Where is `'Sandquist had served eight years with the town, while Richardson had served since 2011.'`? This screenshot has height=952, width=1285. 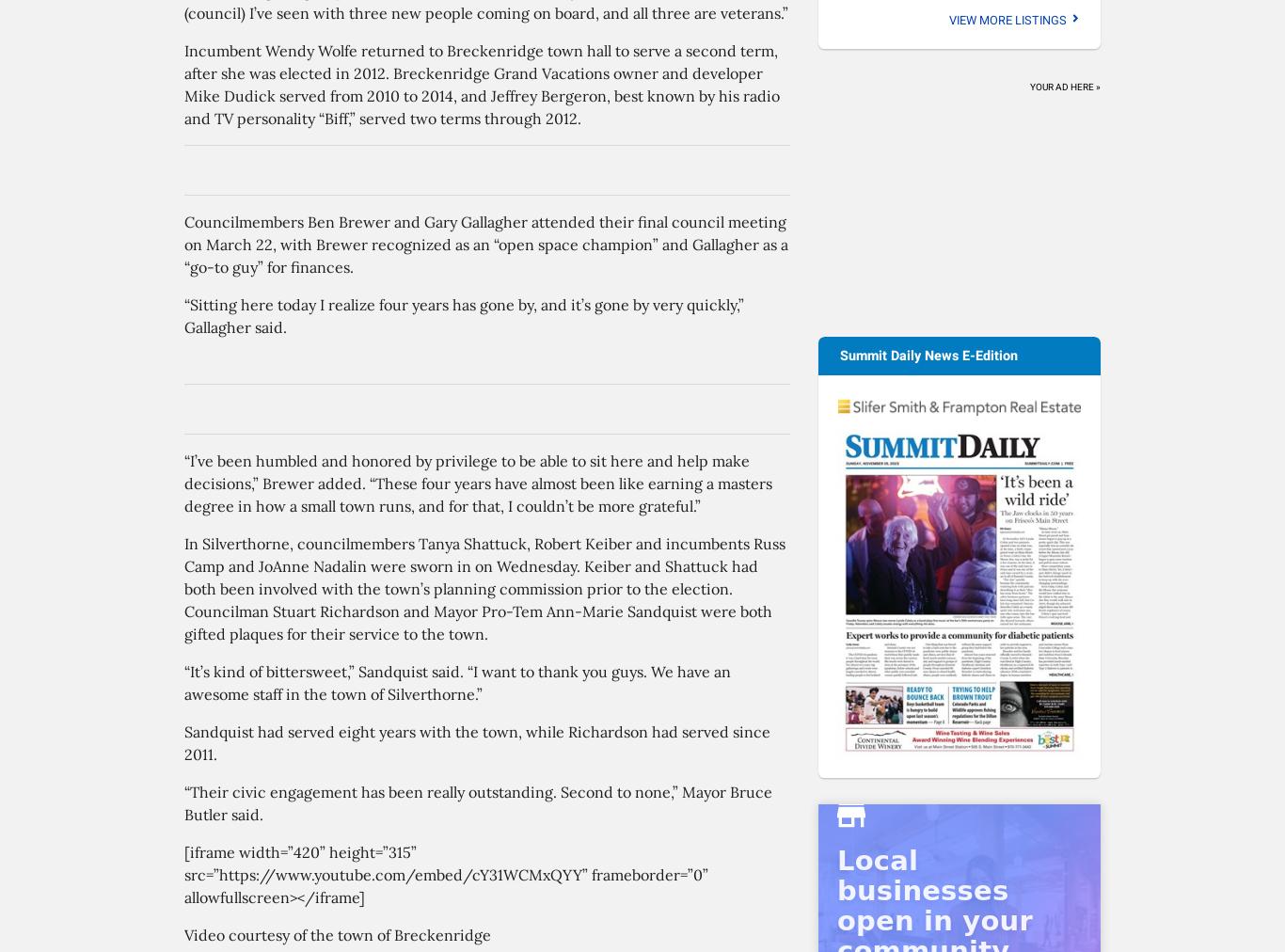 'Sandquist had served eight years with the town, while Richardson had served since 2011.' is located at coordinates (477, 741).